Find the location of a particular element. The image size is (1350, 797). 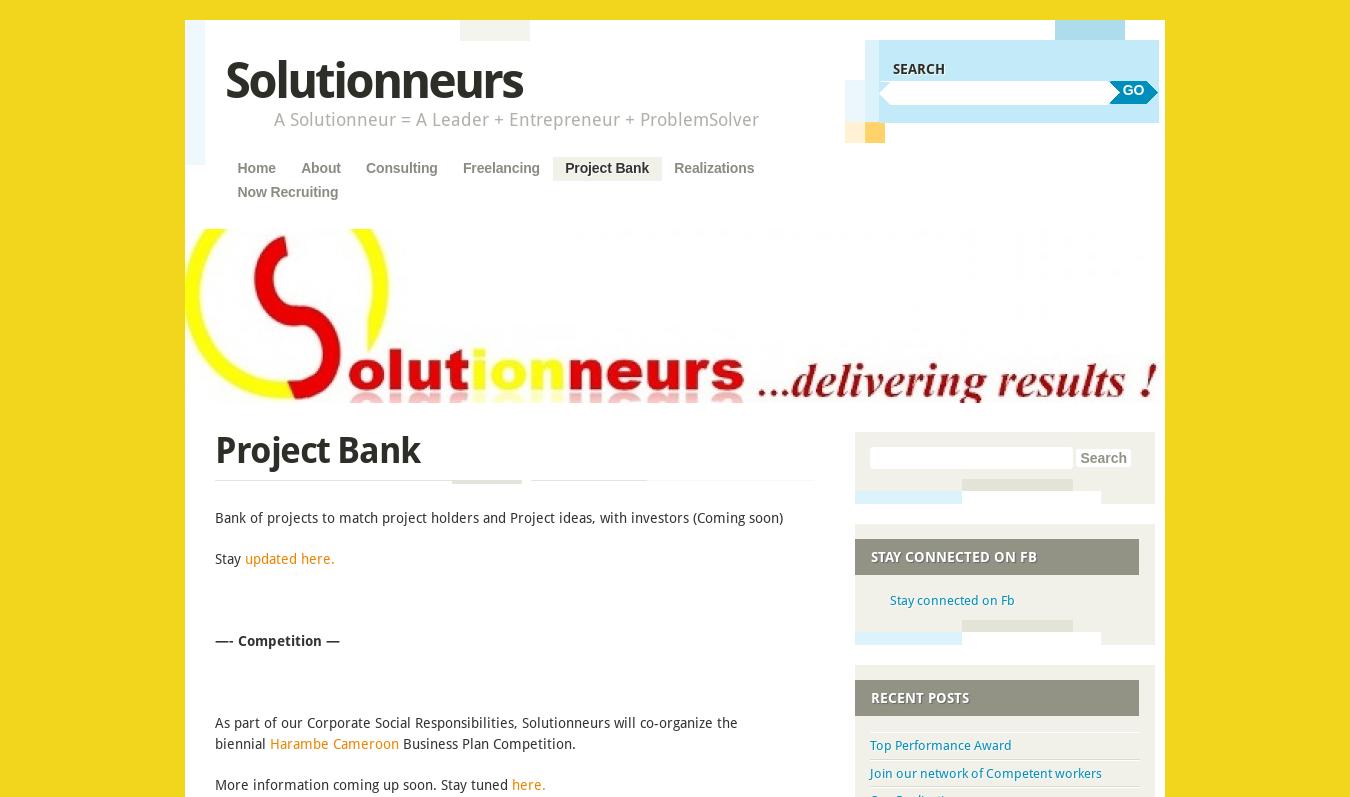

'More information coming up soon. Stay tuned' is located at coordinates (215, 784).